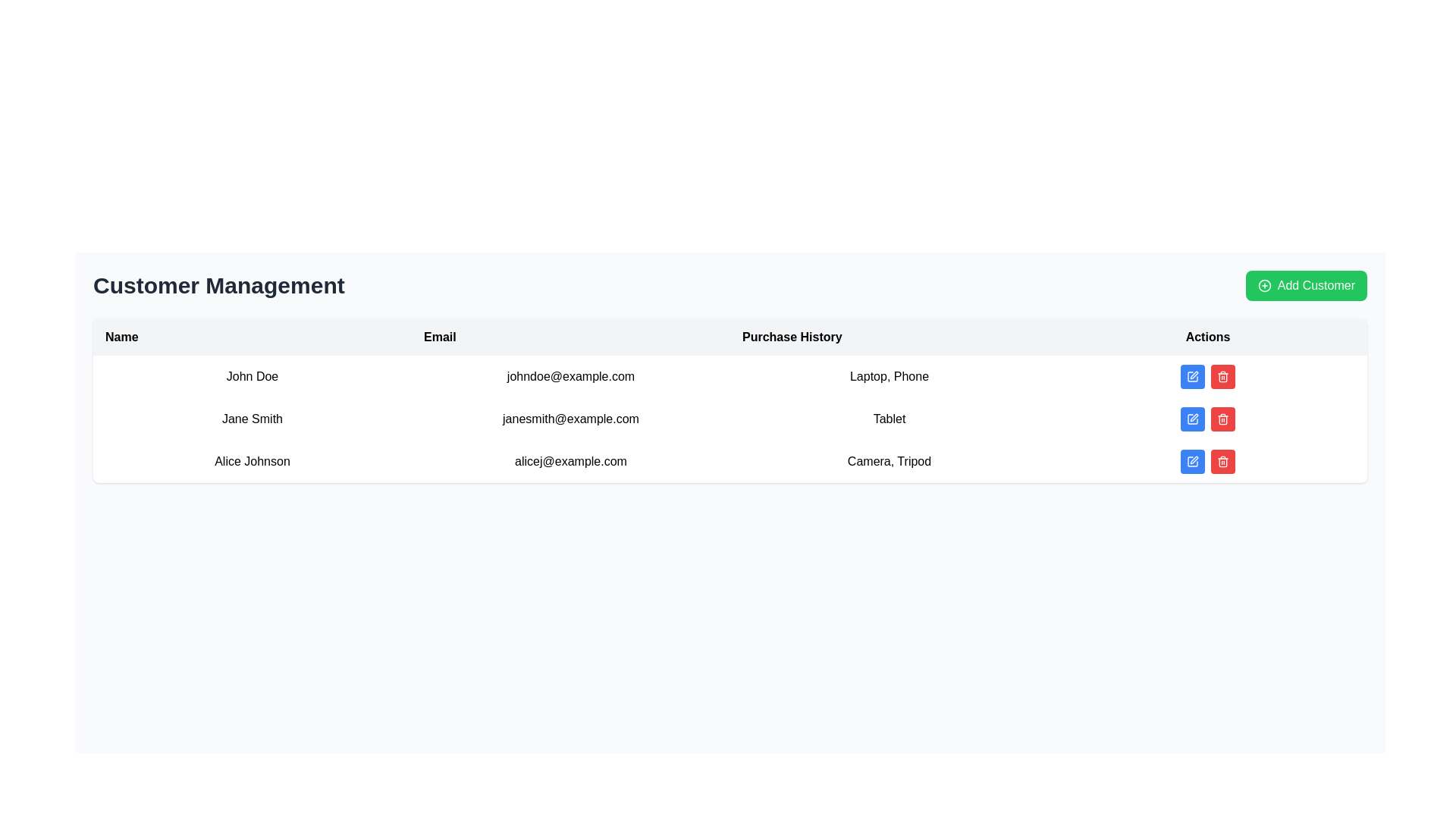 This screenshot has height=819, width=1456. Describe the element at coordinates (1305, 286) in the screenshot. I see `the green rectangular button with rounded corners labeled 'Add Customer'` at that location.